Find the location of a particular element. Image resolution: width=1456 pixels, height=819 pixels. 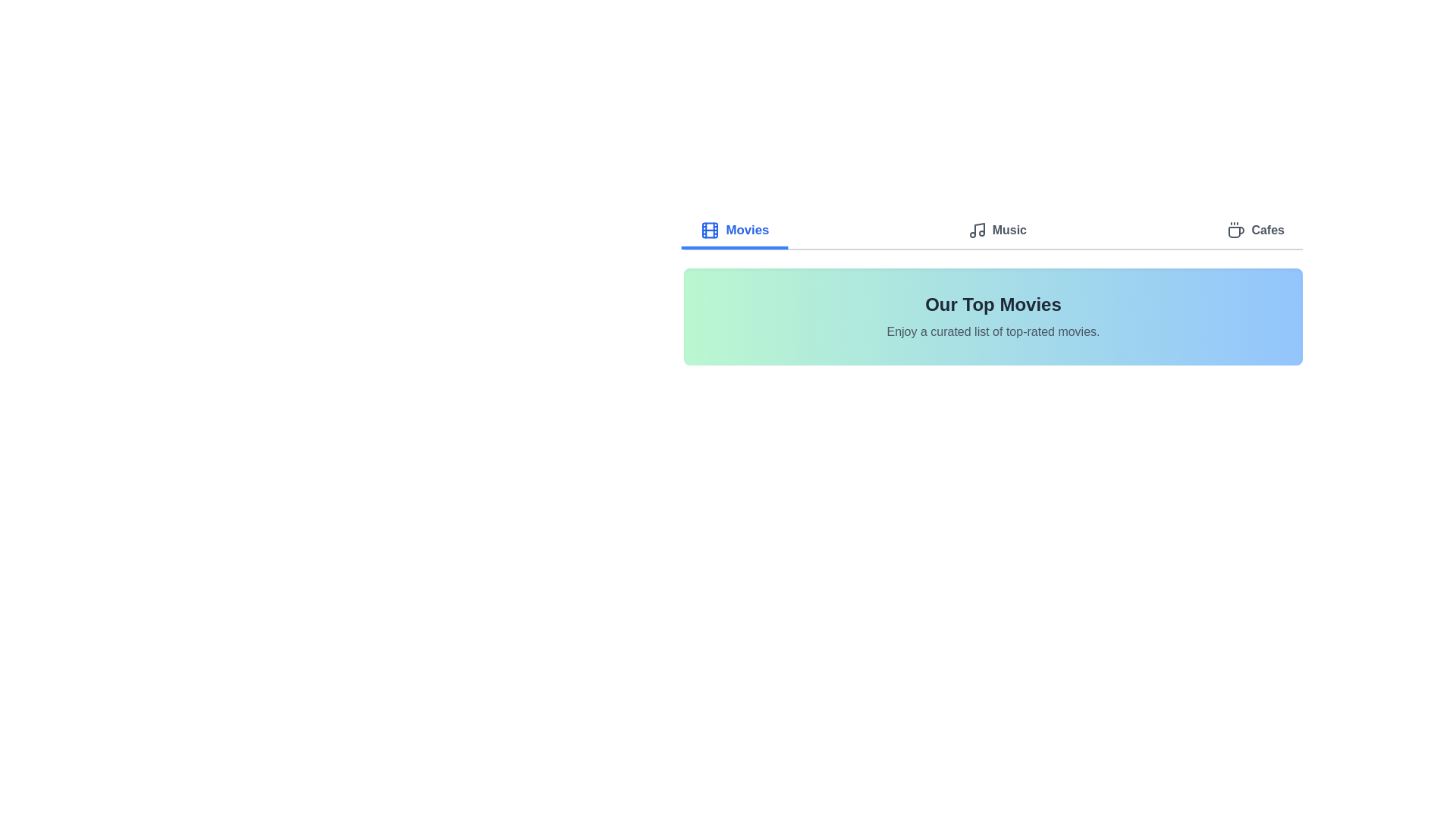

the Music tab is located at coordinates (997, 231).